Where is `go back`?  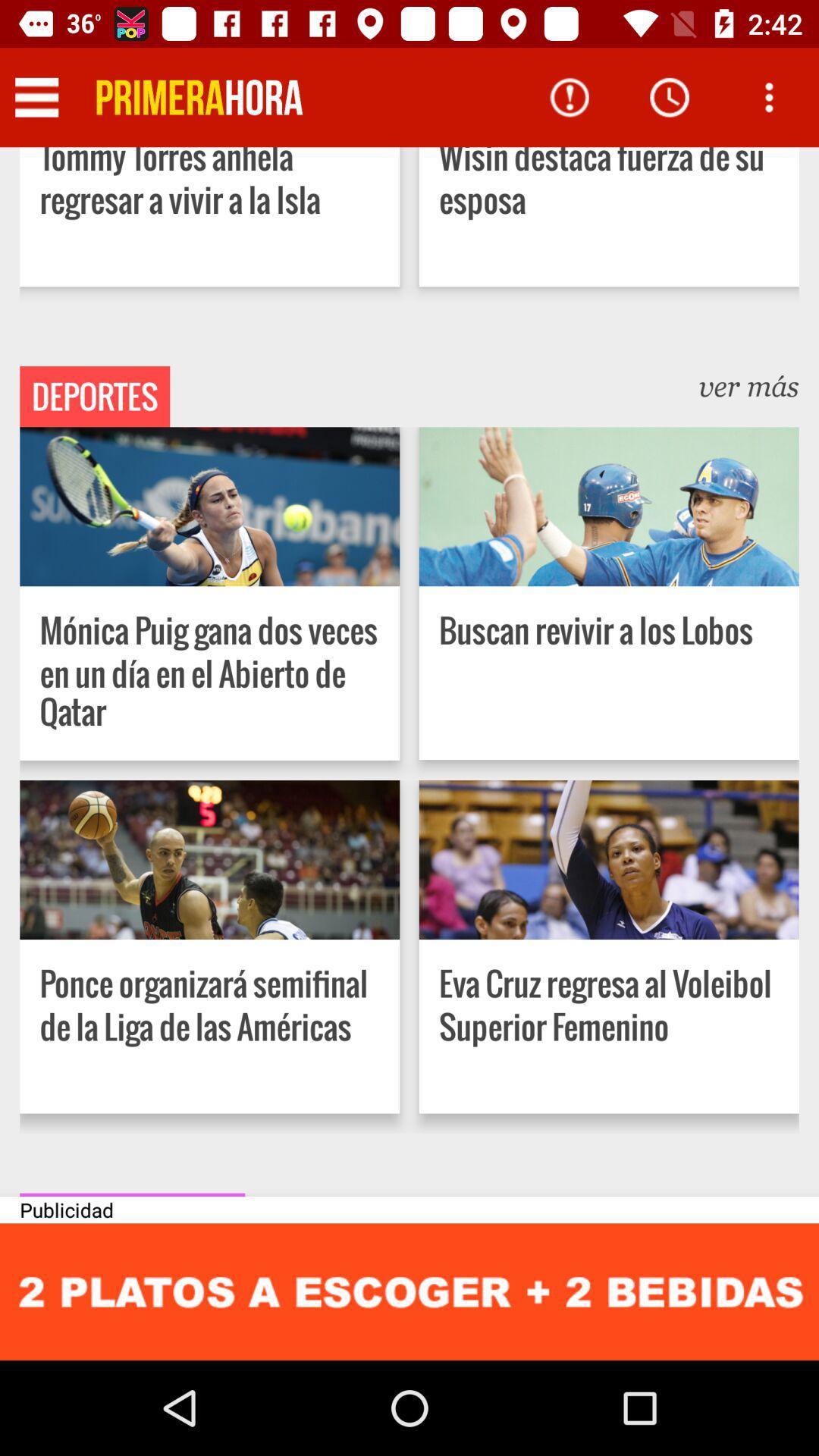 go back is located at coordinates (199, 96).